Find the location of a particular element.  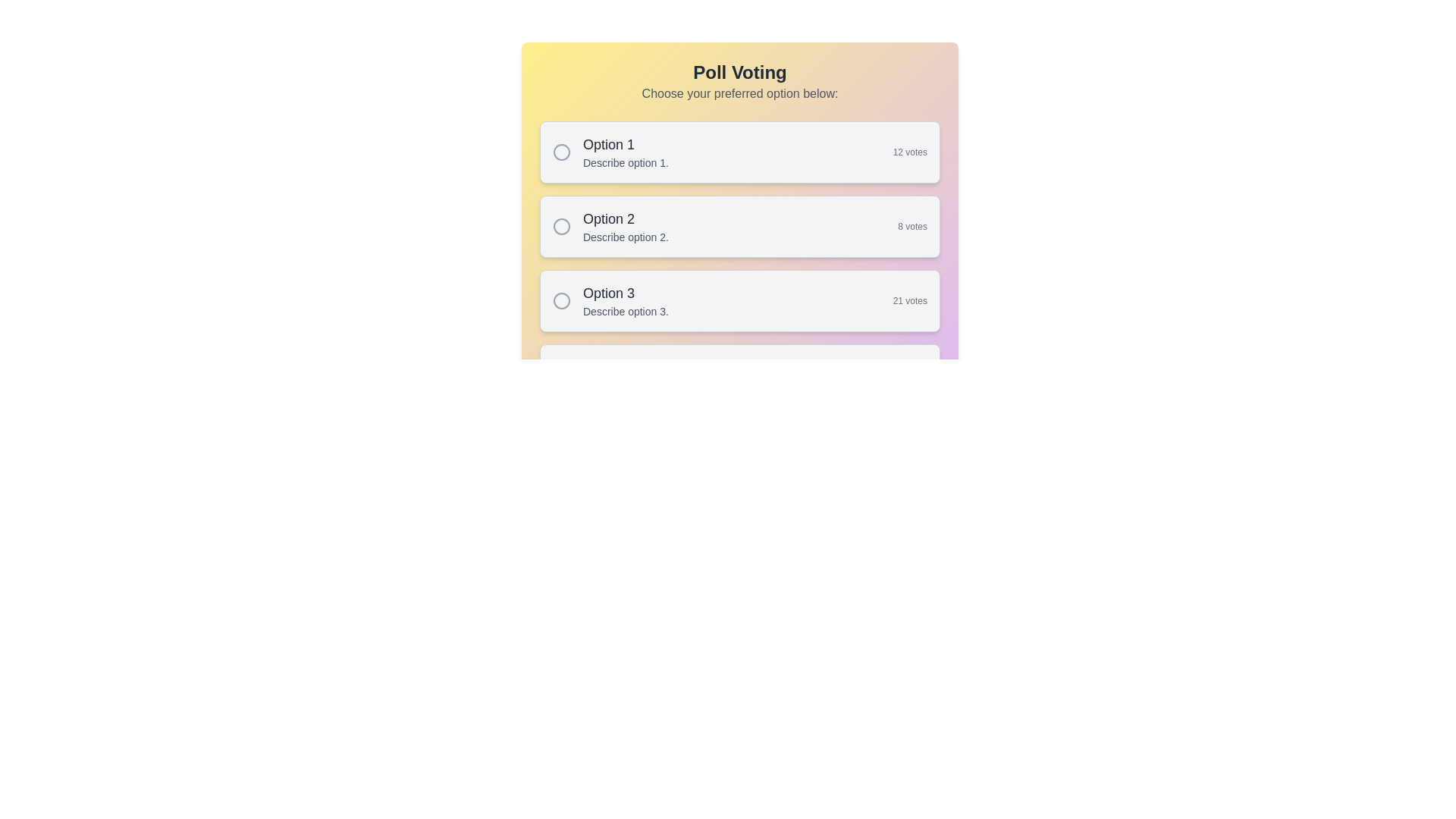

text from the 'Poll Voting' text block, which features a bold title and a subtitle prompting users to choose an option is located at coordinates (739, 82).